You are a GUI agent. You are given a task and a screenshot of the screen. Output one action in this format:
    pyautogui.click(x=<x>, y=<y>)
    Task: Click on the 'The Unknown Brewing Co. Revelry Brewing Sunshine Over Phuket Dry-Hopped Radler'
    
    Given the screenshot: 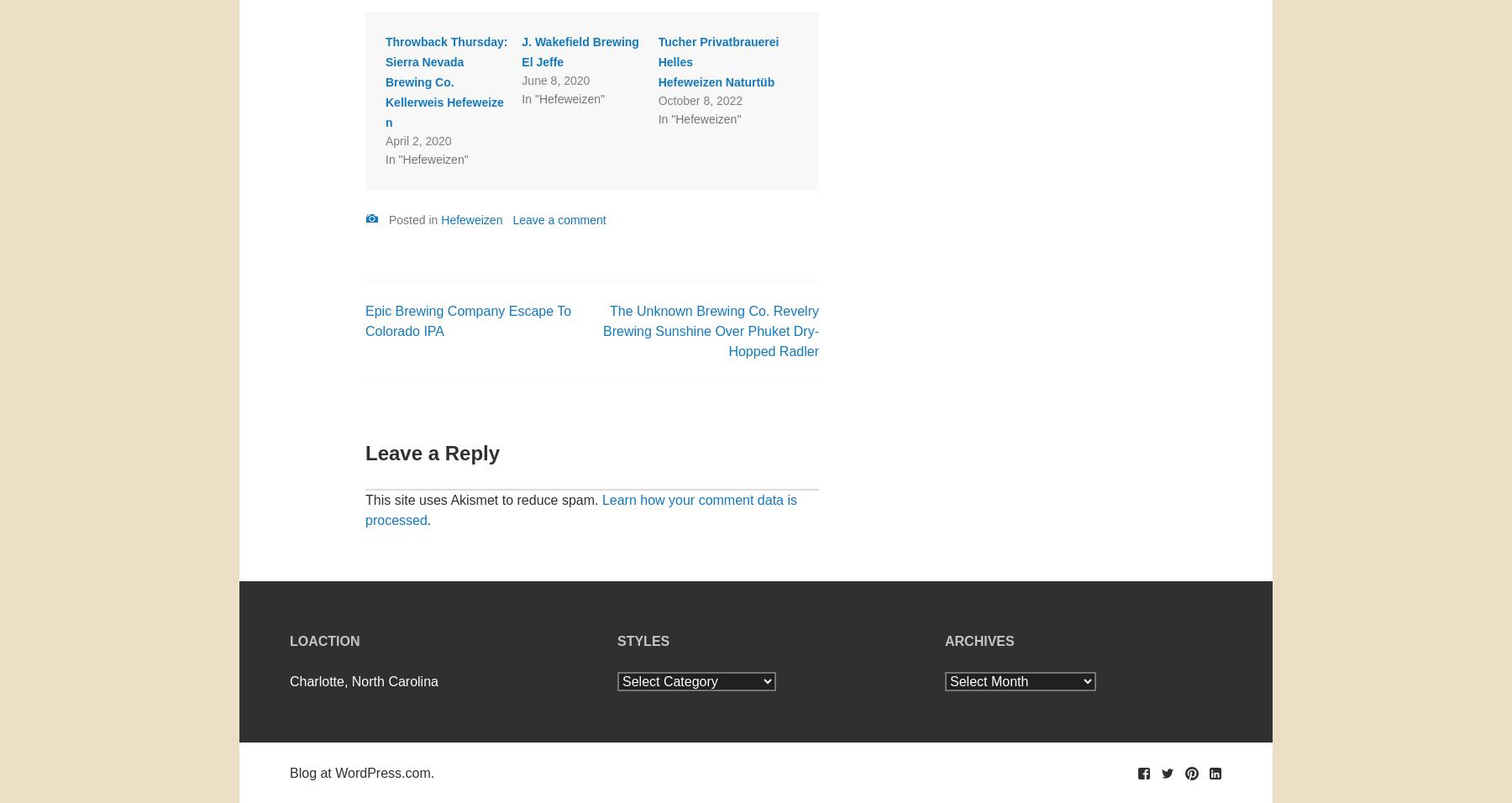 What is the action you would take?
    pyautogui.click(x=711, y=330)
    